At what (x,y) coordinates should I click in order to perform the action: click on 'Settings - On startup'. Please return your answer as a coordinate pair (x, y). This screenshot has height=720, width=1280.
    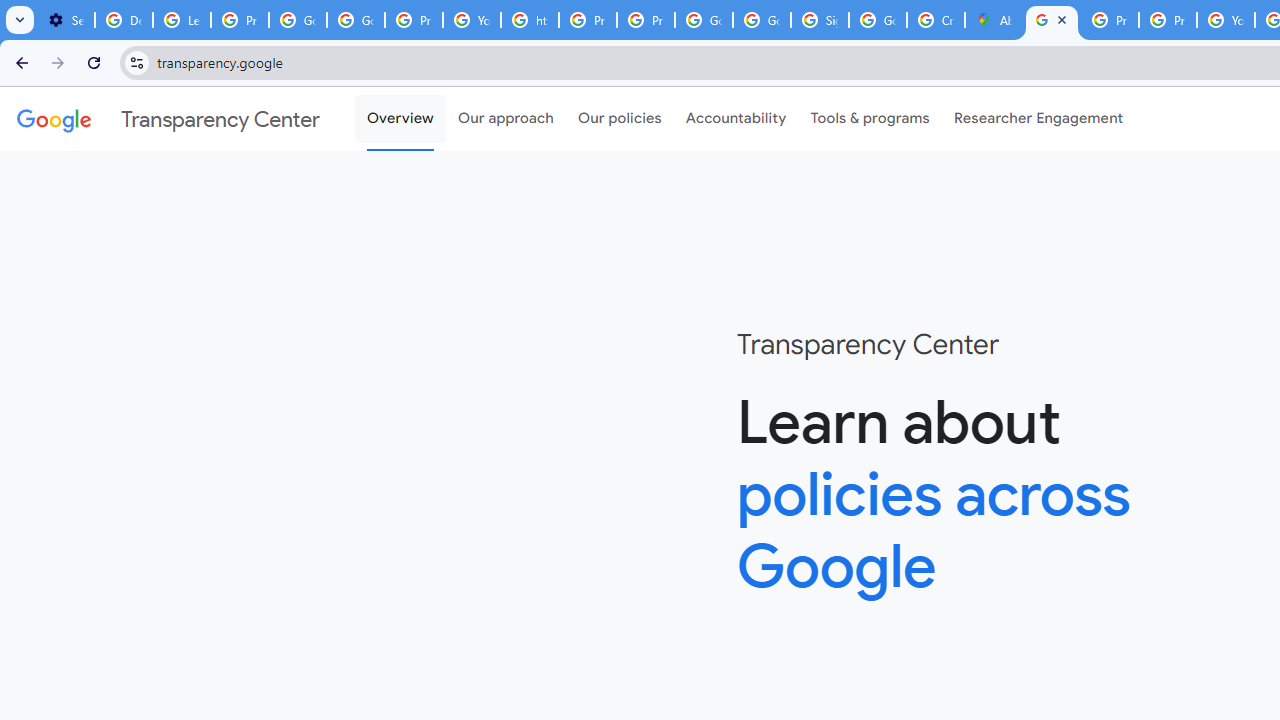
    Looking at the image, I should click on (65, 20).